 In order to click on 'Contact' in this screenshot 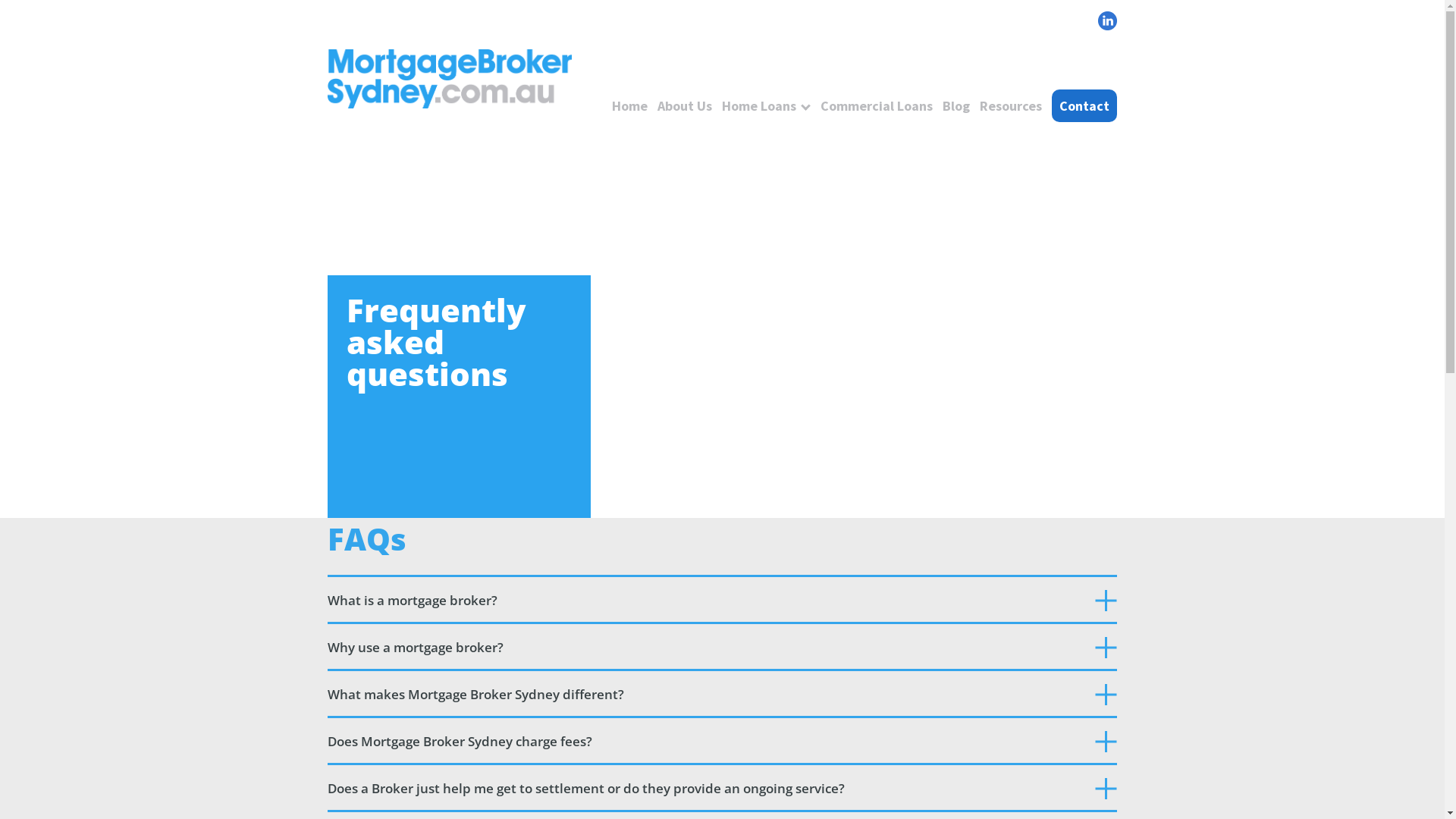, I will do `click(1084, 105)`.